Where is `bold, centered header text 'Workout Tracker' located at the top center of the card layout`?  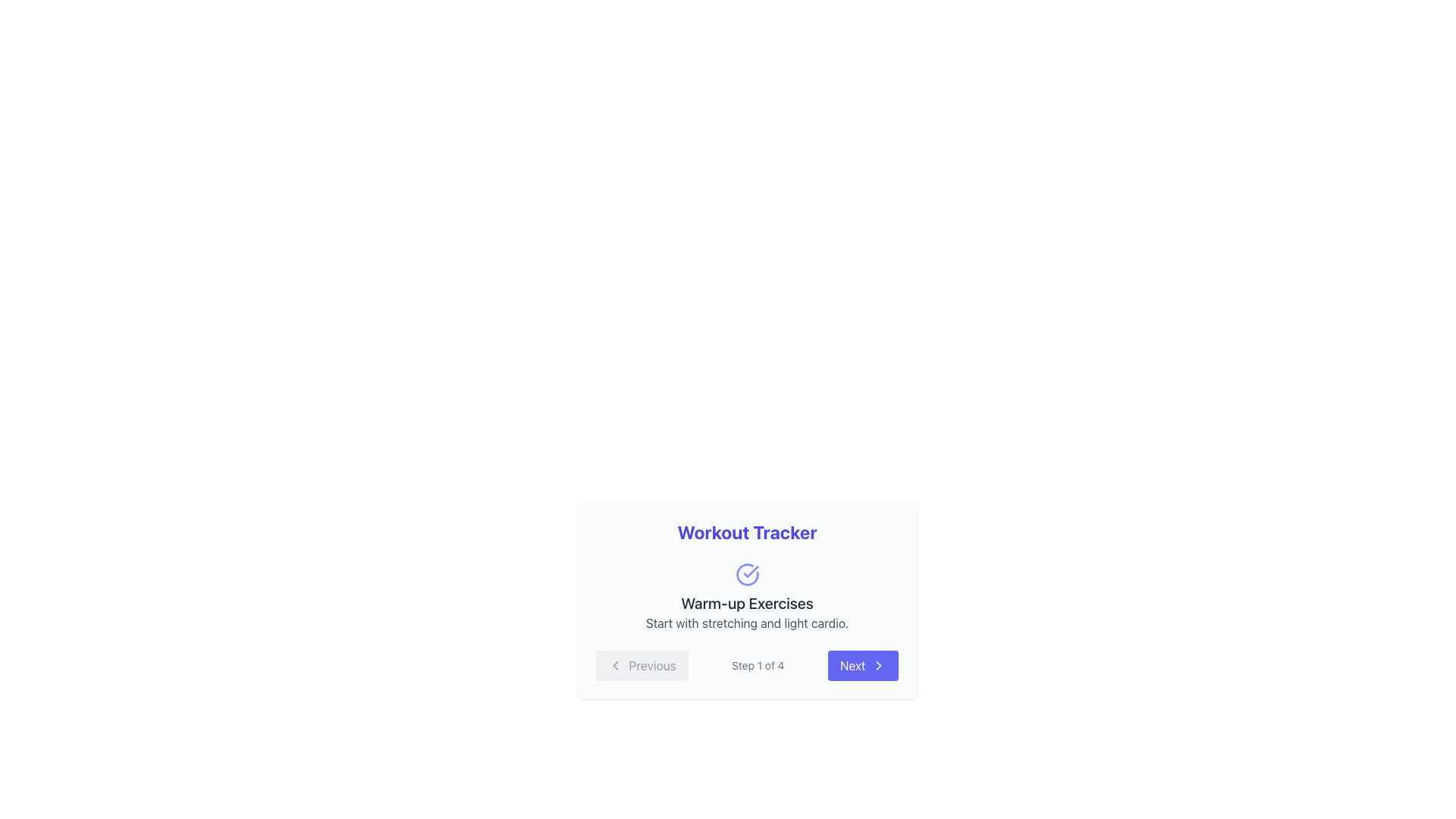
bold, centered header text 'Workout Tracker' located at the top center of the card layout is located at coordinates (747, 532).